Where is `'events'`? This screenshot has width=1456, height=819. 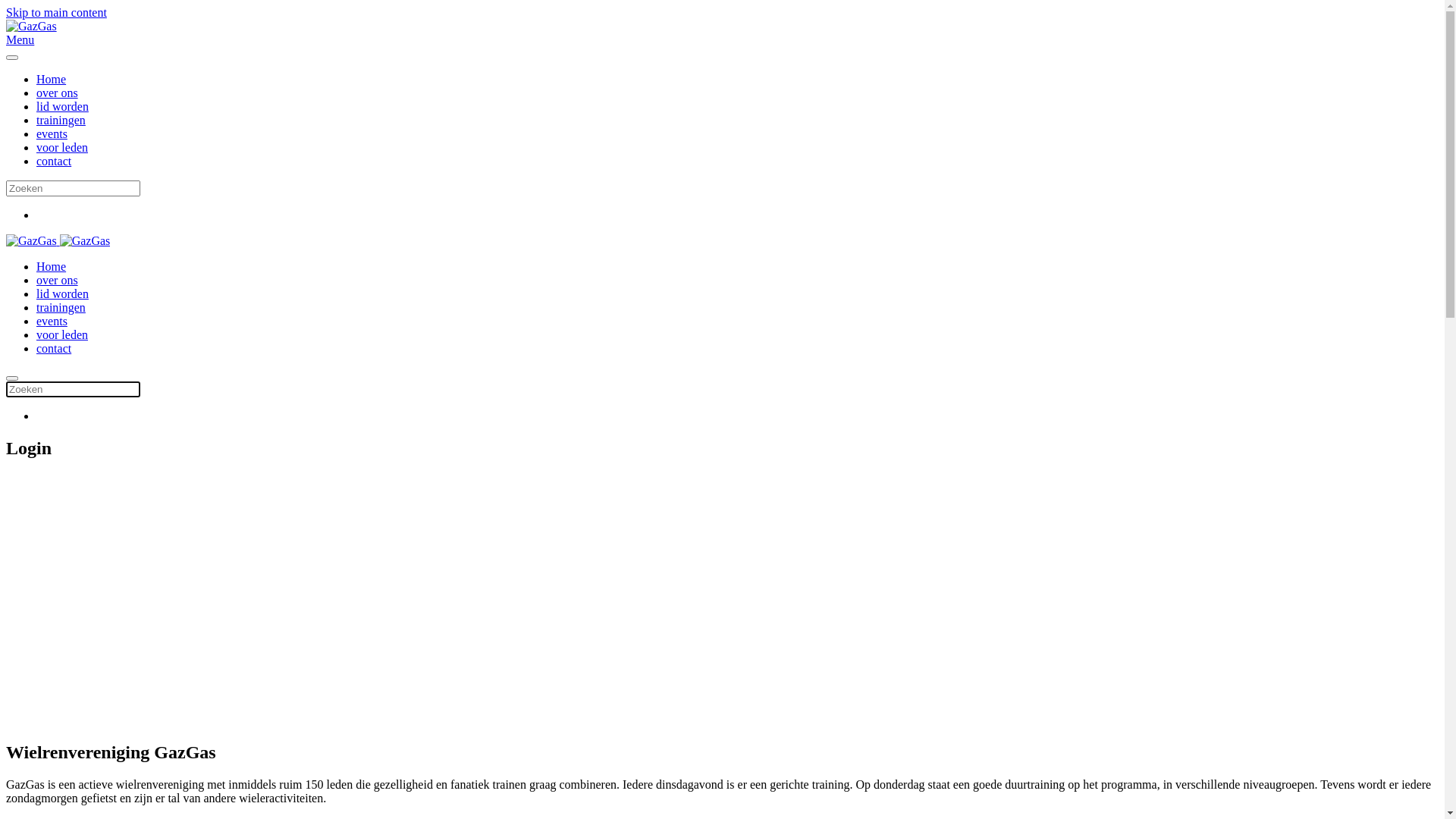
'events' is located at coordinates (52, 133).